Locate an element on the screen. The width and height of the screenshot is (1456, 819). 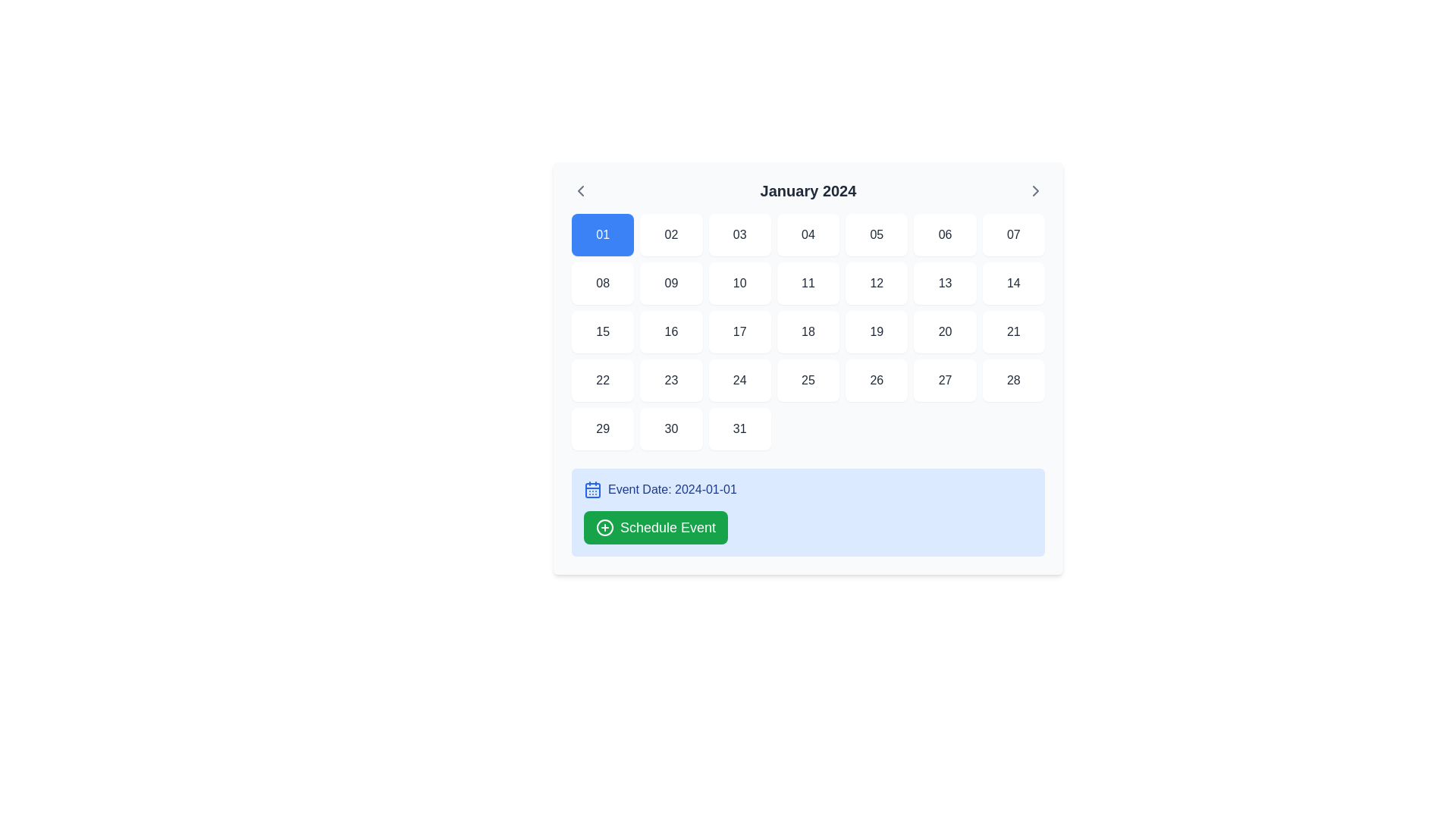
the button displaying '21' in the calendar grid is located at coordinates (1013, 331).